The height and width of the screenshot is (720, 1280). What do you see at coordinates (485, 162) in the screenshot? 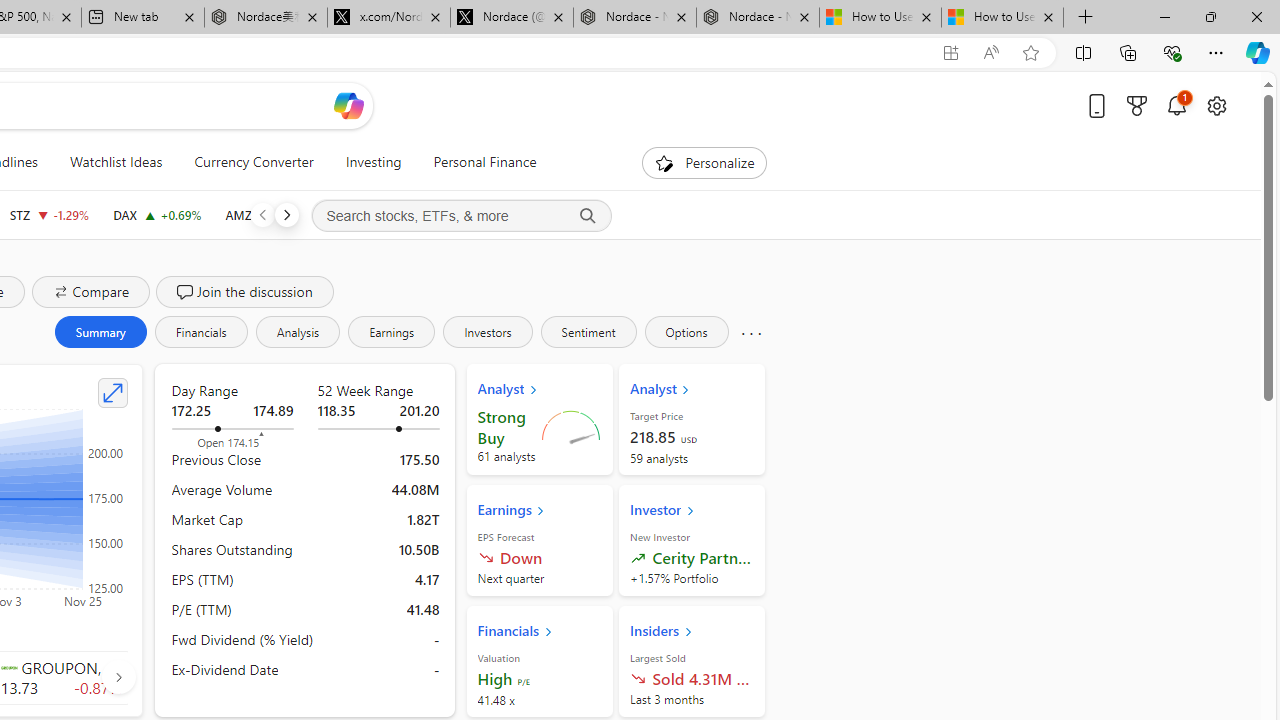
I see `'Personal Finance'` at bounding box center [485, 162].